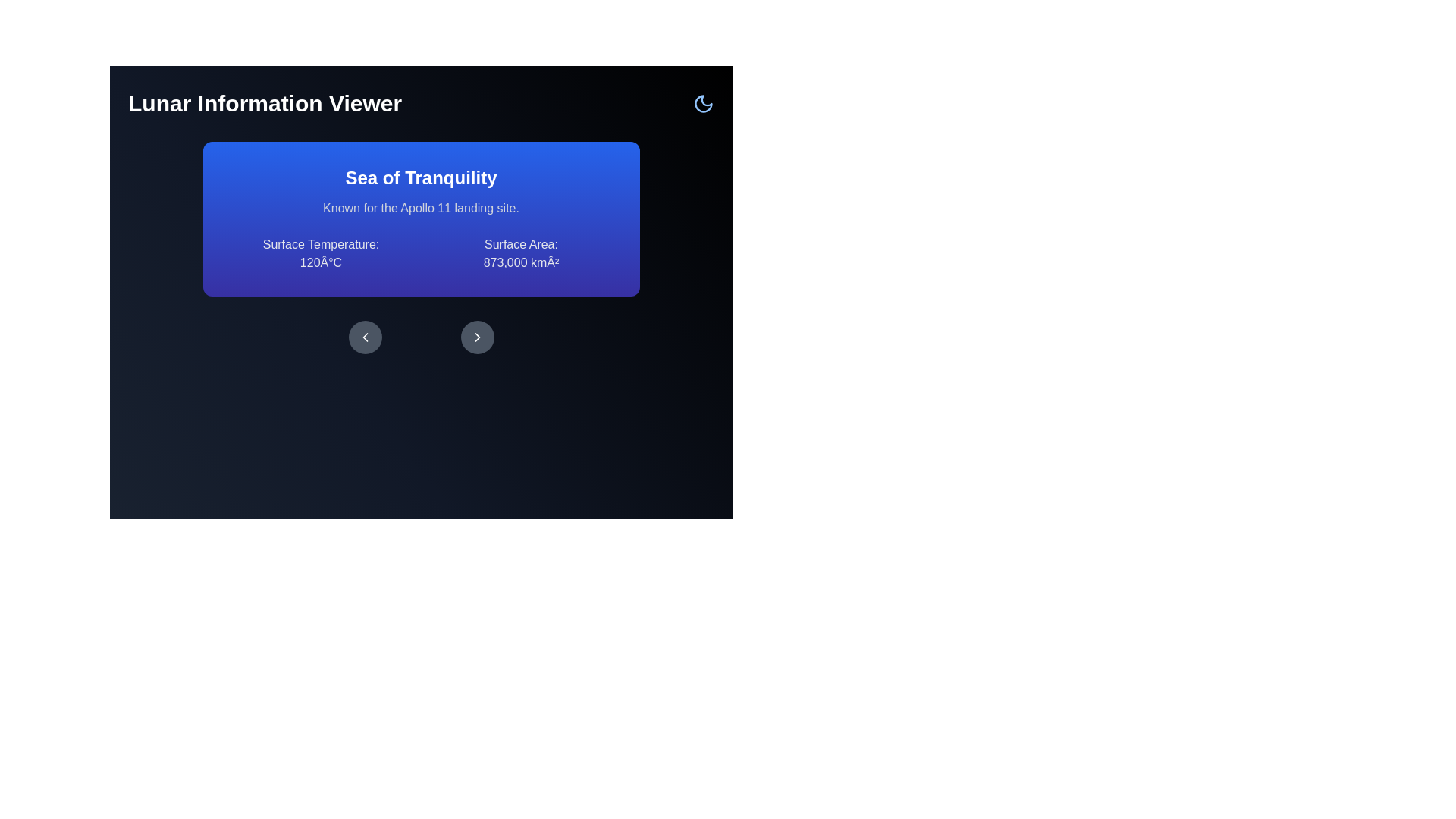  Describe the element at coordinates (421, 177) in the screenshot. I see `the title text label at the top of the information card, which serves as an identifier for the card's content` at that location.